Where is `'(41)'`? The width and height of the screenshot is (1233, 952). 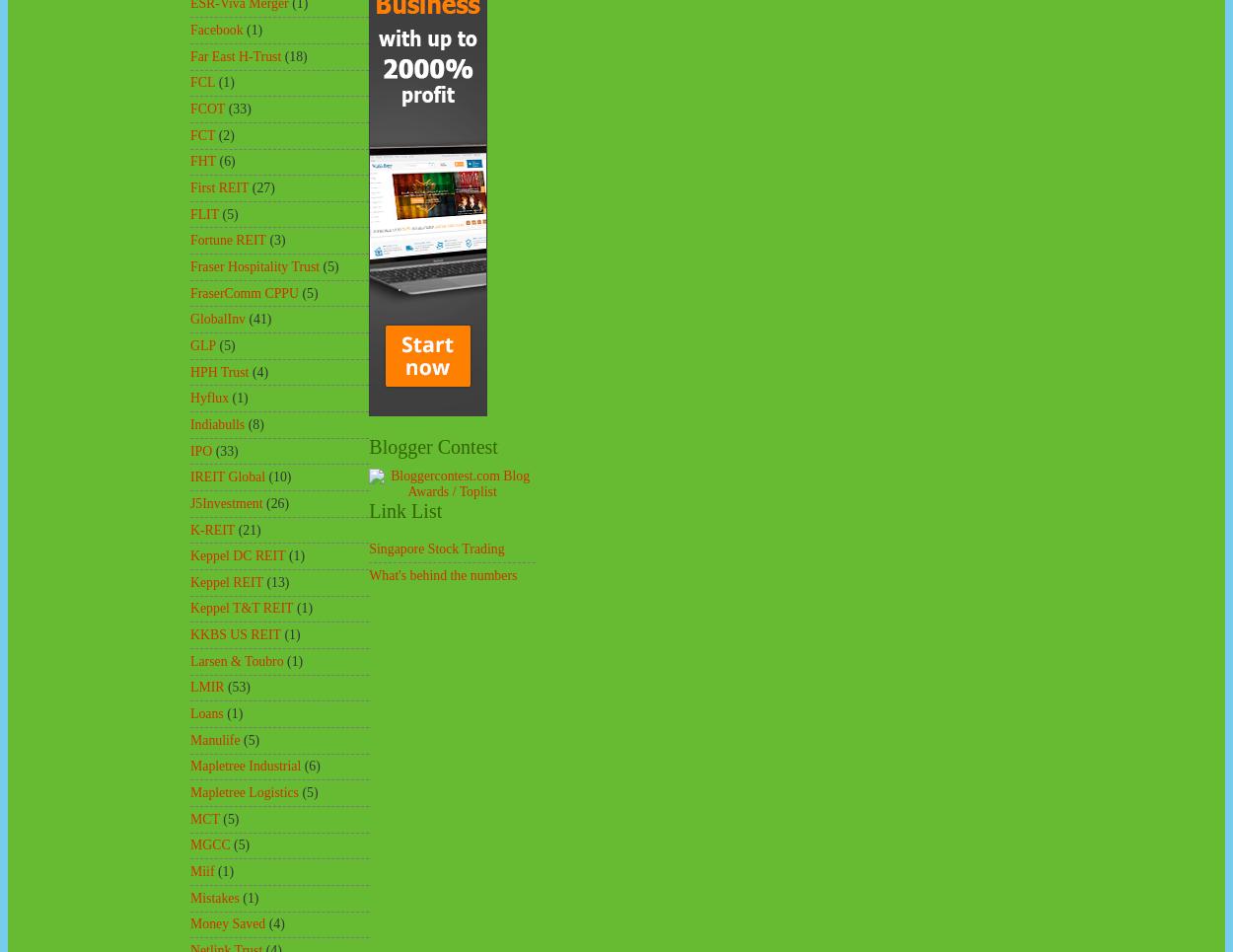
'(41)' is located at coordinates (249, 318).